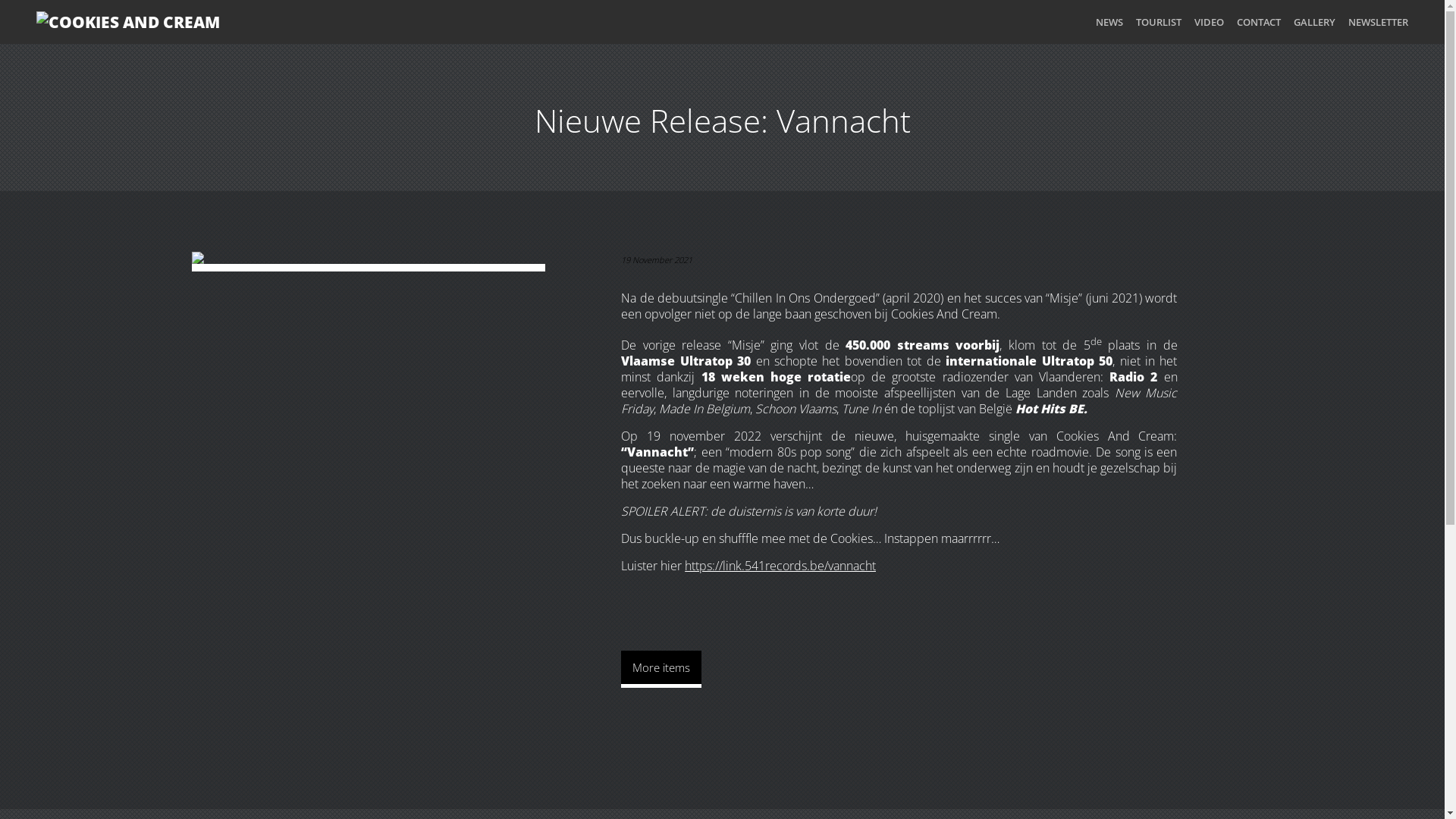  What do you see at coordinates (1193, 22) in the screenshot?
I see `'VIDEO'` at bounding box center [1193, 22].